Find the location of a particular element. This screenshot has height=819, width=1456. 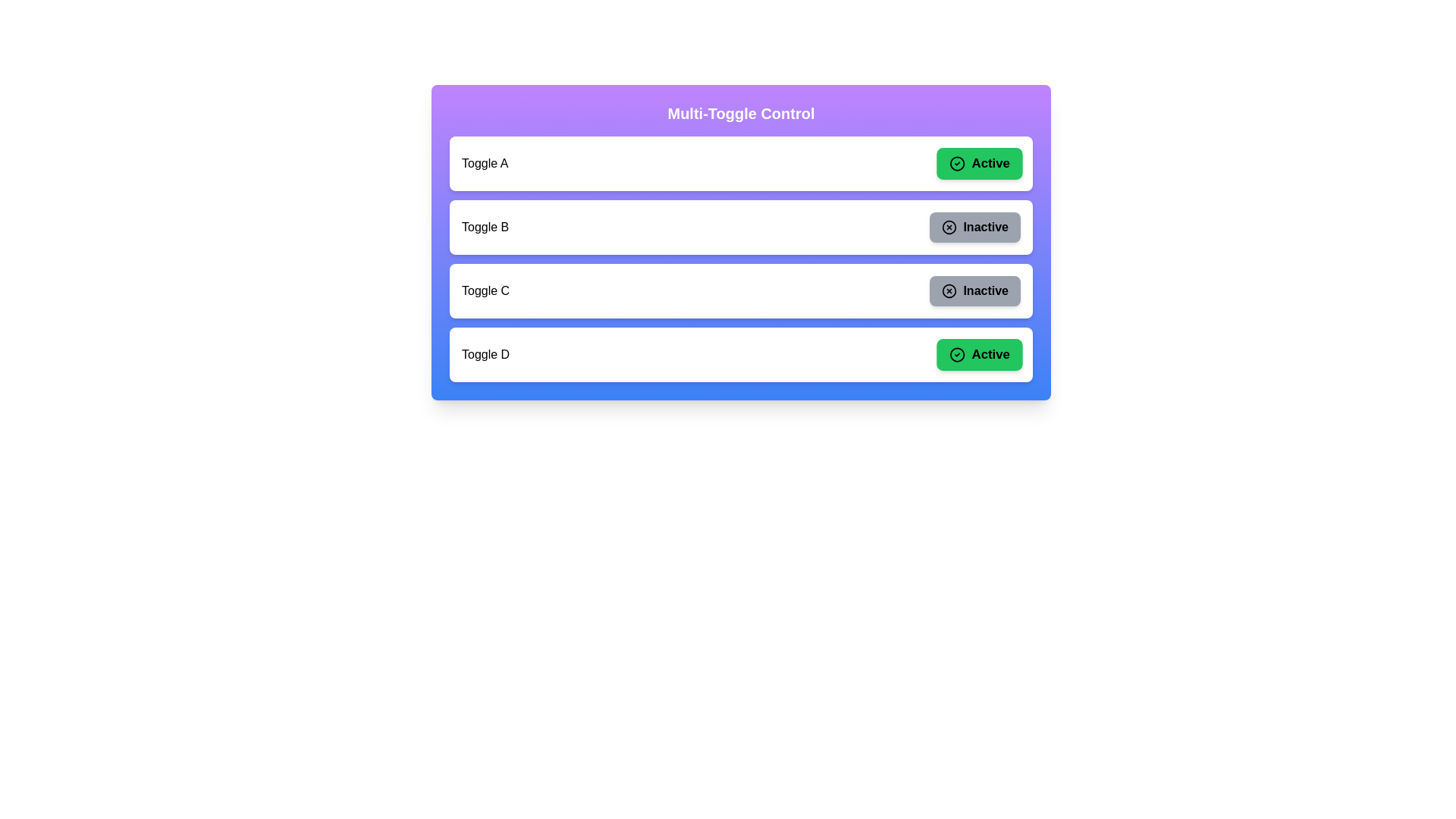

the text label 'Active' that indicates the current state of the toggle button, located on the topmost toggle control in a vertical stack of four toggle controls, within a green button aligned with 'Toggle A.' is located at coordinates (990, 164).